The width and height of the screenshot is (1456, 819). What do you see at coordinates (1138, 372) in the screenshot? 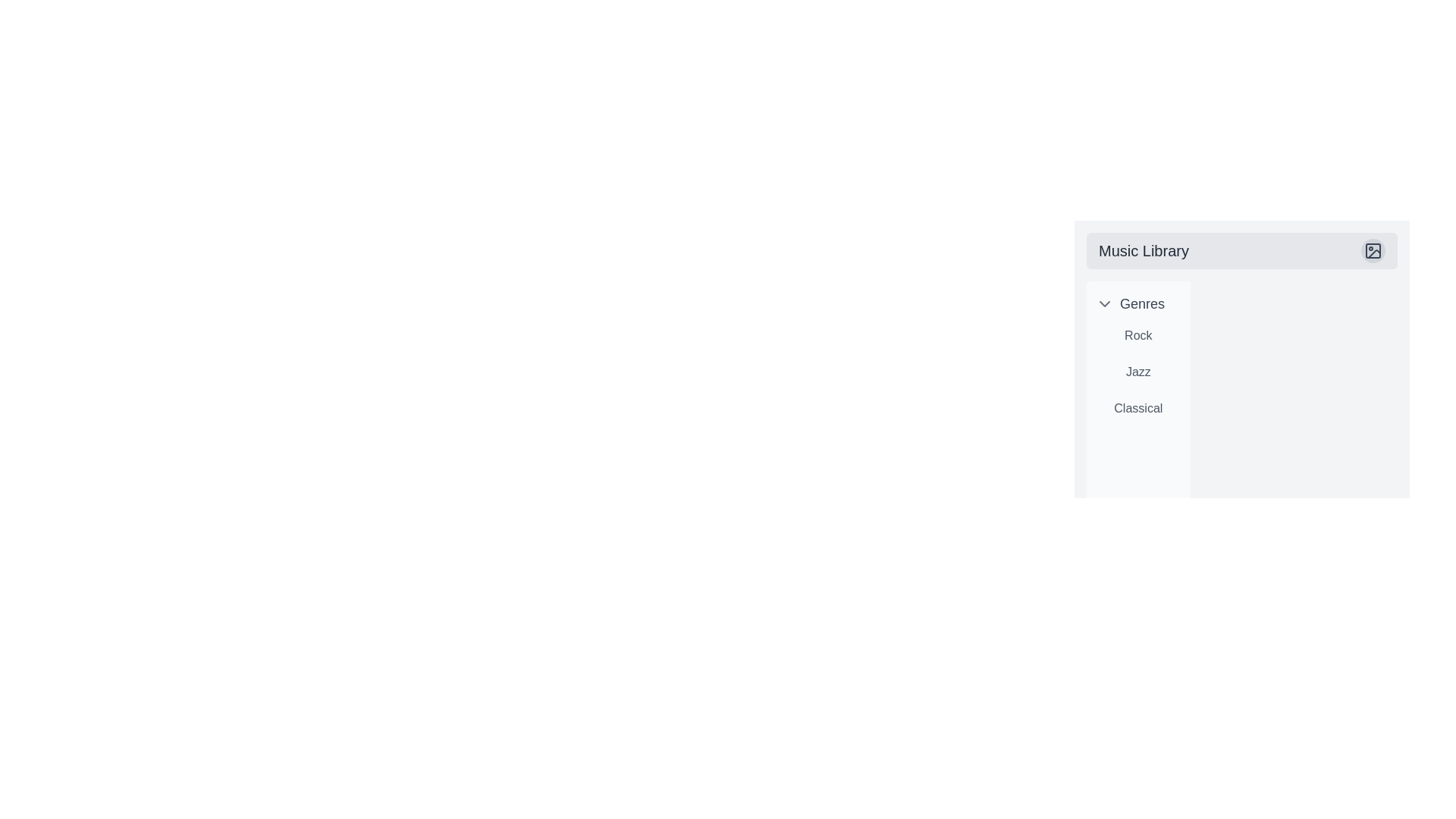
I see `the 'Jazz' genre link, which is the second option in the vertical list of music genres in the sidebar menu of the Music Library interface` at bounding box center [1138, 372].